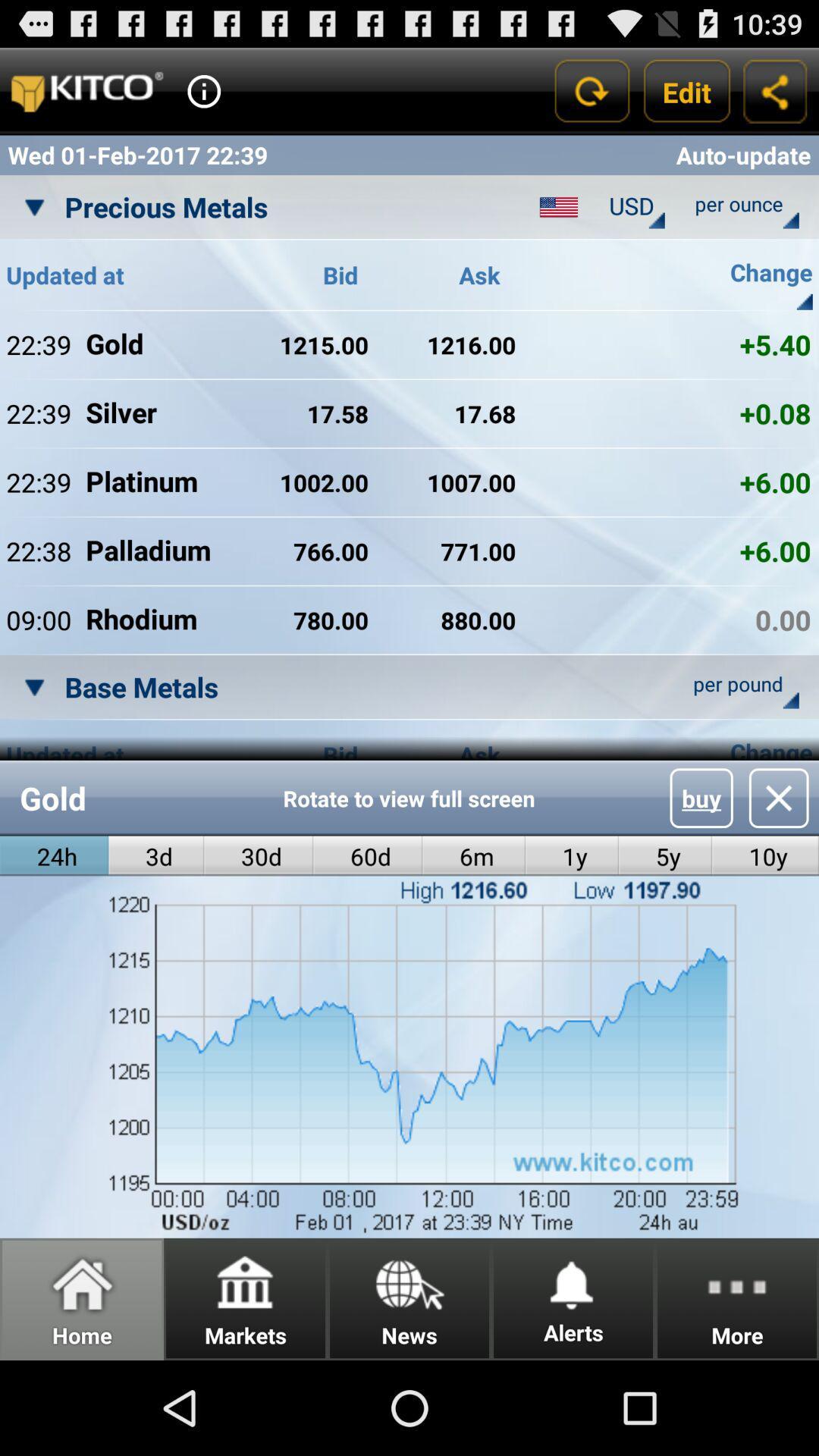 This screenshot has height=1456, width=819. What do you see at coordinates (203, 97) in the screenshot?
I see `the info icon` at bounding box center [203, 97].